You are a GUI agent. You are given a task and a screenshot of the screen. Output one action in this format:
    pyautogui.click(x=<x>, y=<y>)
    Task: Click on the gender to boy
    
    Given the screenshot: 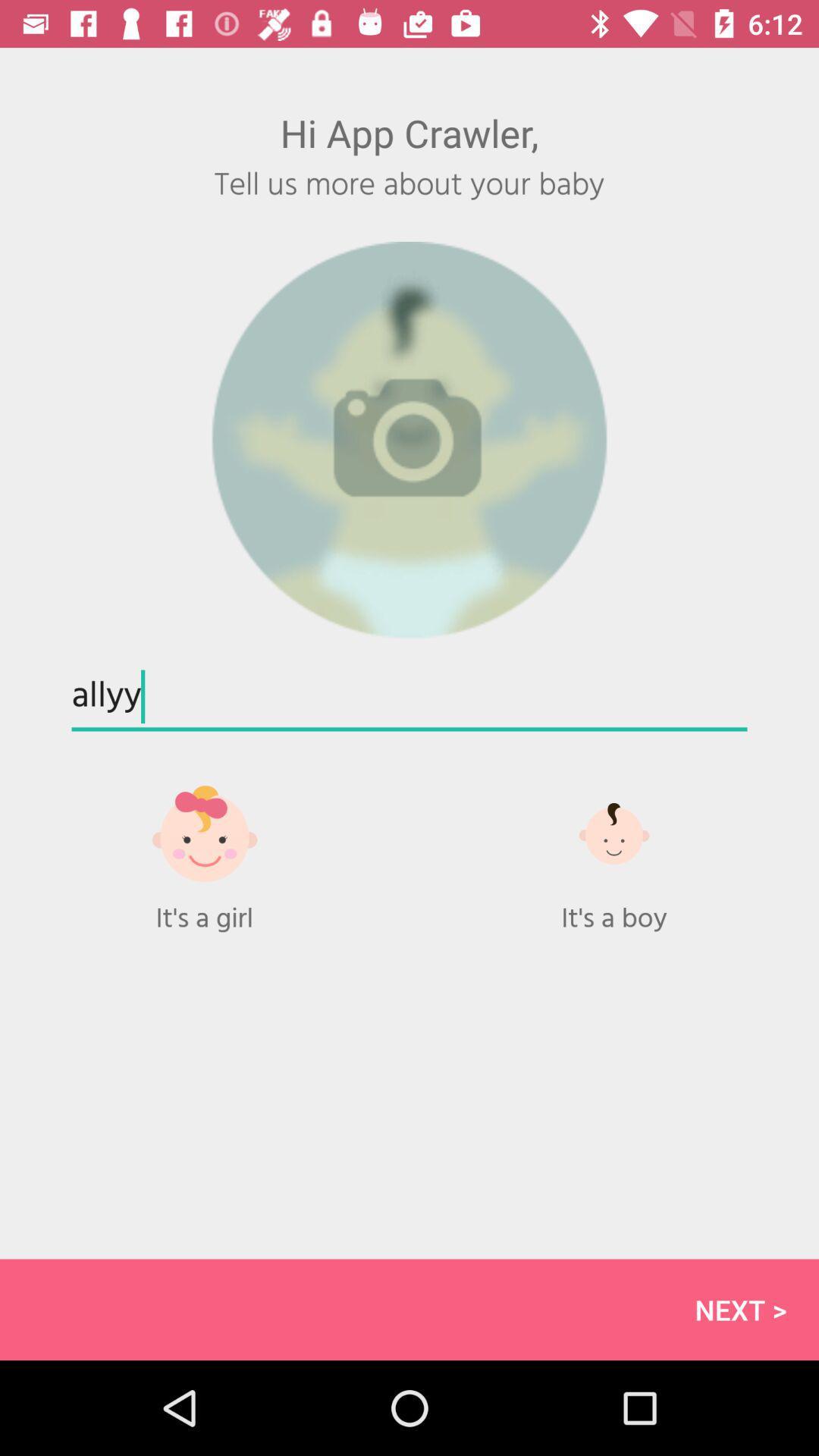 What is the action you would take?
    pyautogui.click(x=614, y=833)
    